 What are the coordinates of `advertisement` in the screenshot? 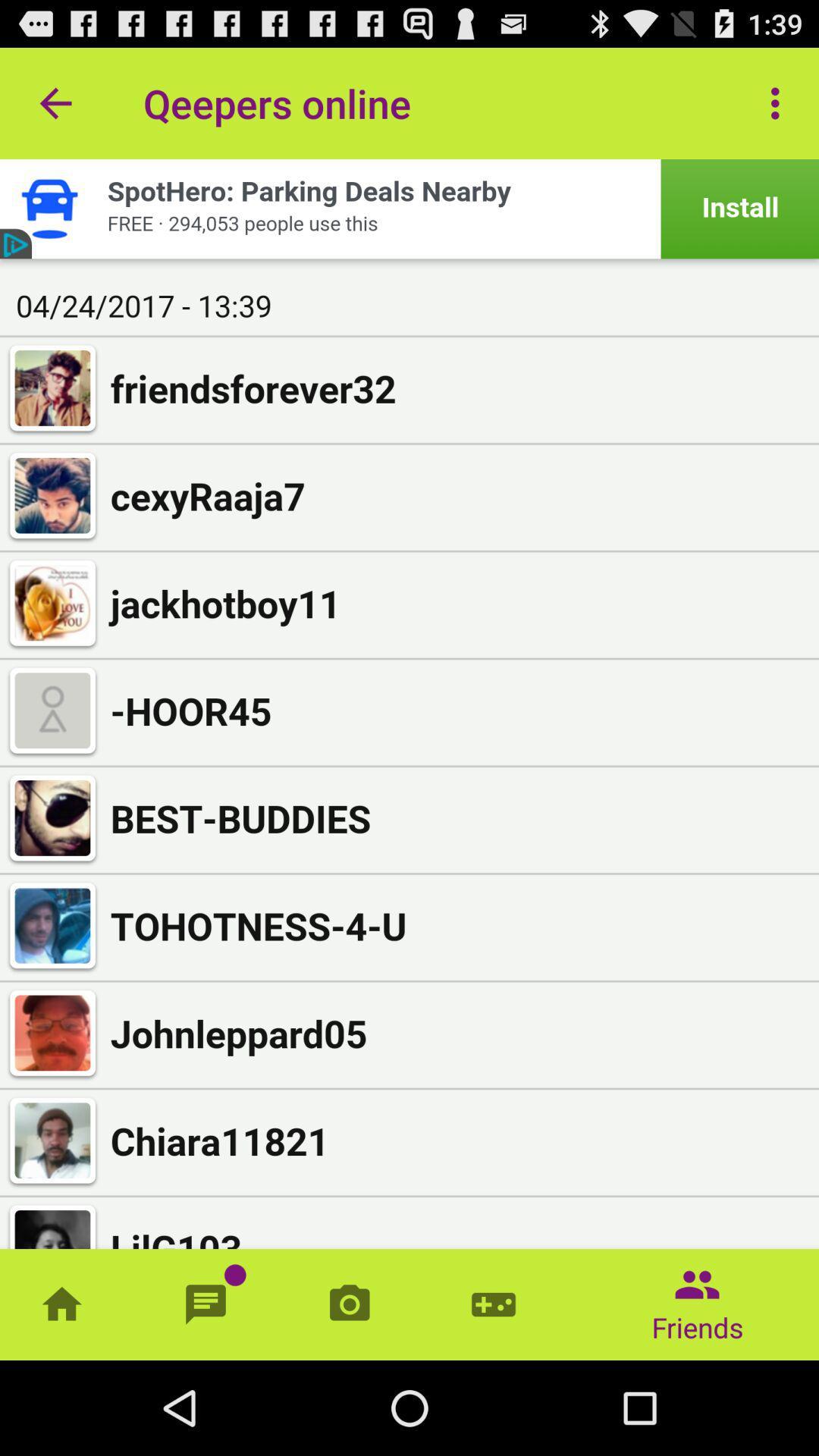 It's located at (409, 208).